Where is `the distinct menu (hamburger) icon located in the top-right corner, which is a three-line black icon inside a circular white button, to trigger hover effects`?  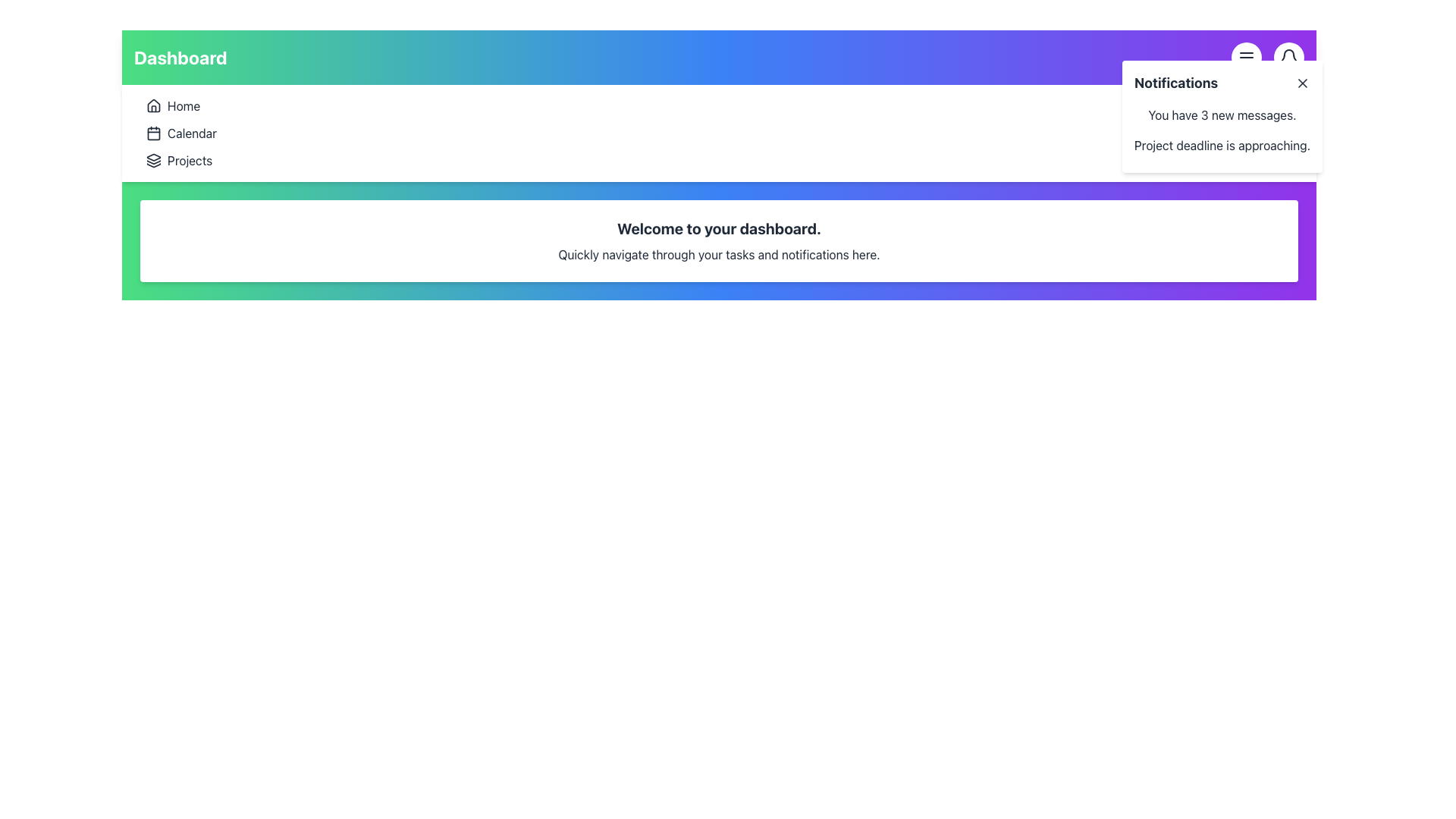 the distinct menu (hamburger) icon located in the top-right corner, which is a three-line black icon inside a circular white button, to trigger hover effects is located at coordinates (1246, 57).